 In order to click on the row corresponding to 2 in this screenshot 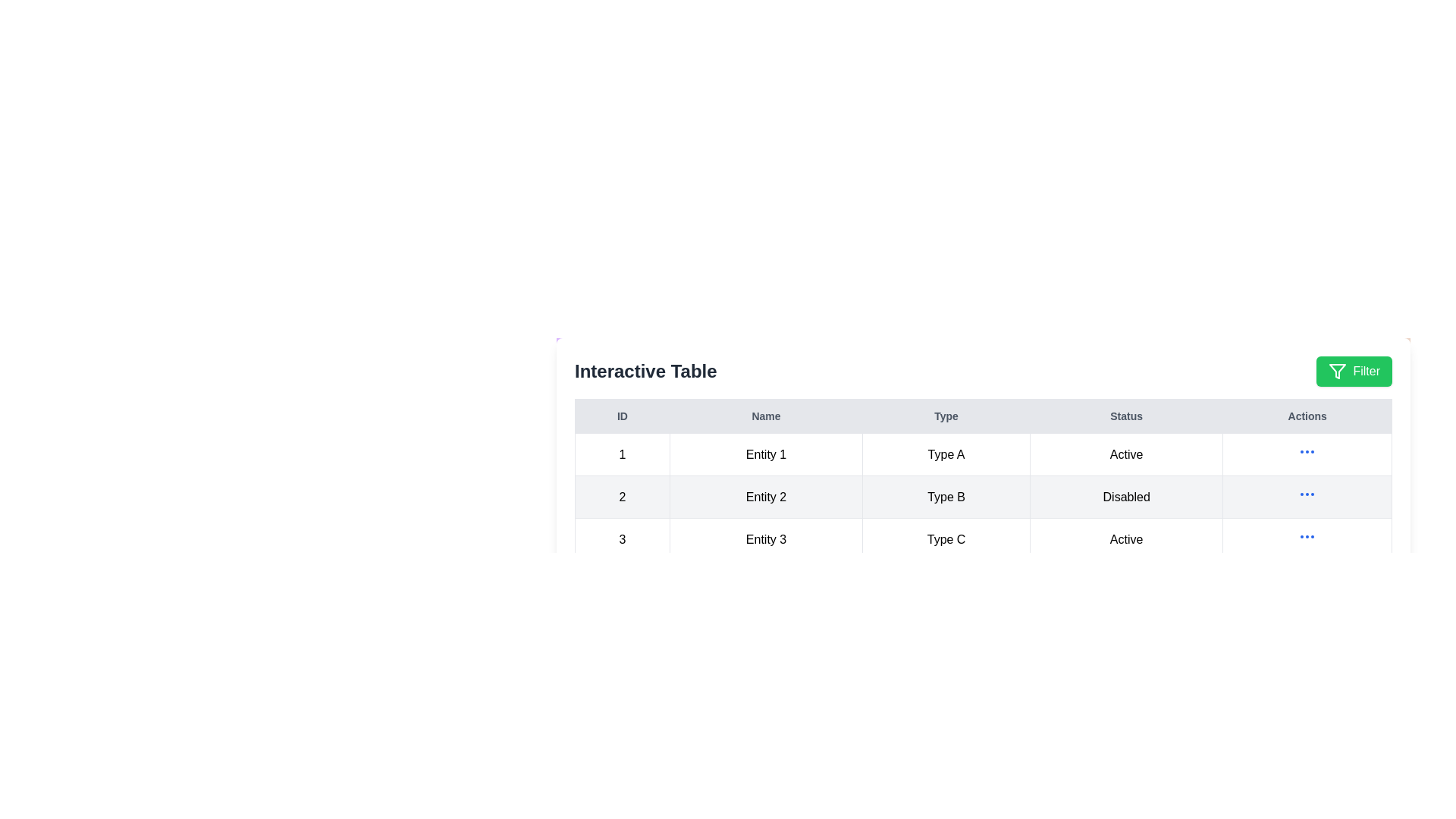, I will do `click(983, 497)`.